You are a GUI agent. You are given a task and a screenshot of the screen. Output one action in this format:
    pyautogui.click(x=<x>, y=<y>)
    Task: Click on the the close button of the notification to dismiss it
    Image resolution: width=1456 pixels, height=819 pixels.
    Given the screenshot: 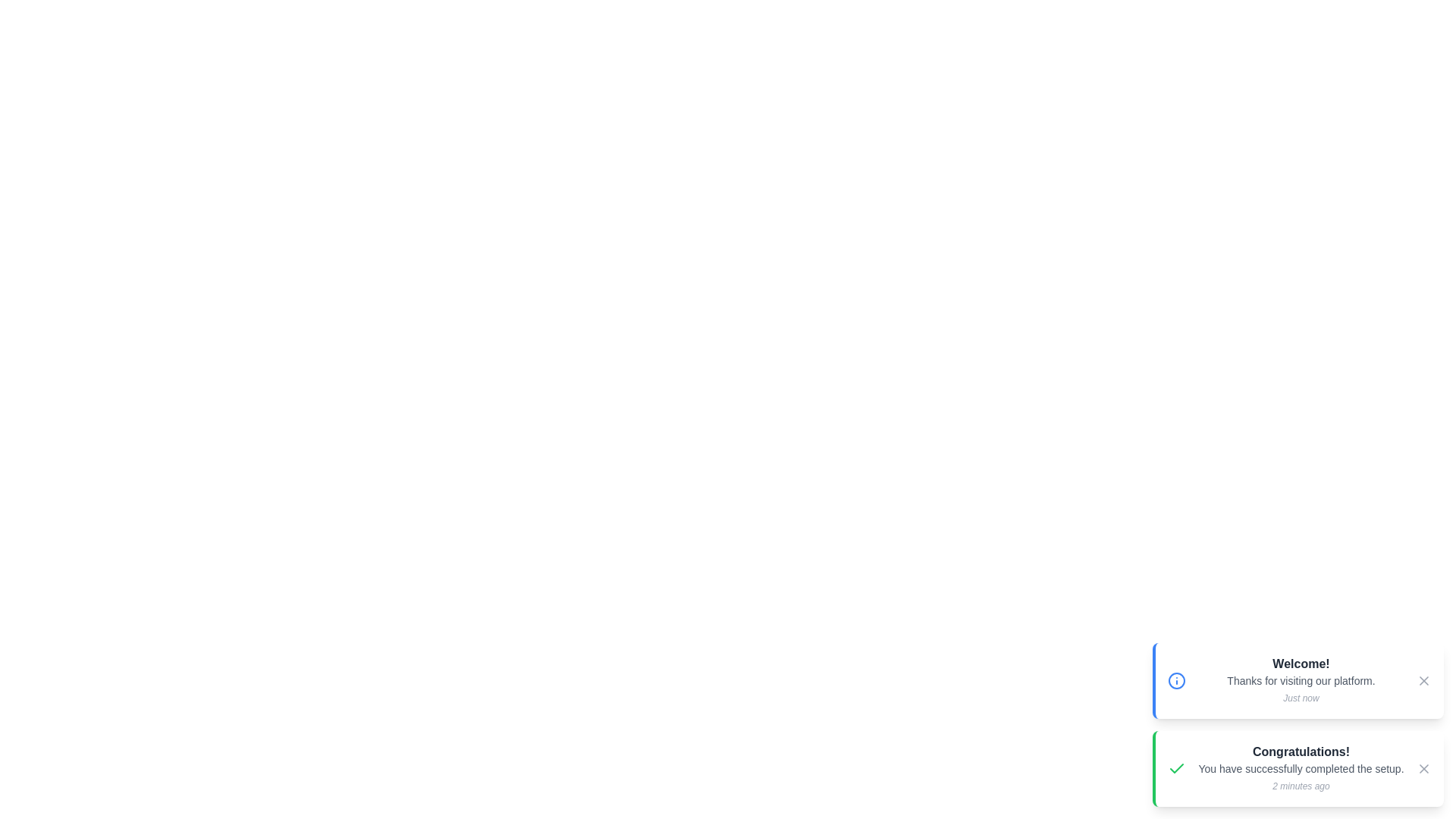 What is the action you would take?
    pyautogui.click(x=1423, y=680)
    